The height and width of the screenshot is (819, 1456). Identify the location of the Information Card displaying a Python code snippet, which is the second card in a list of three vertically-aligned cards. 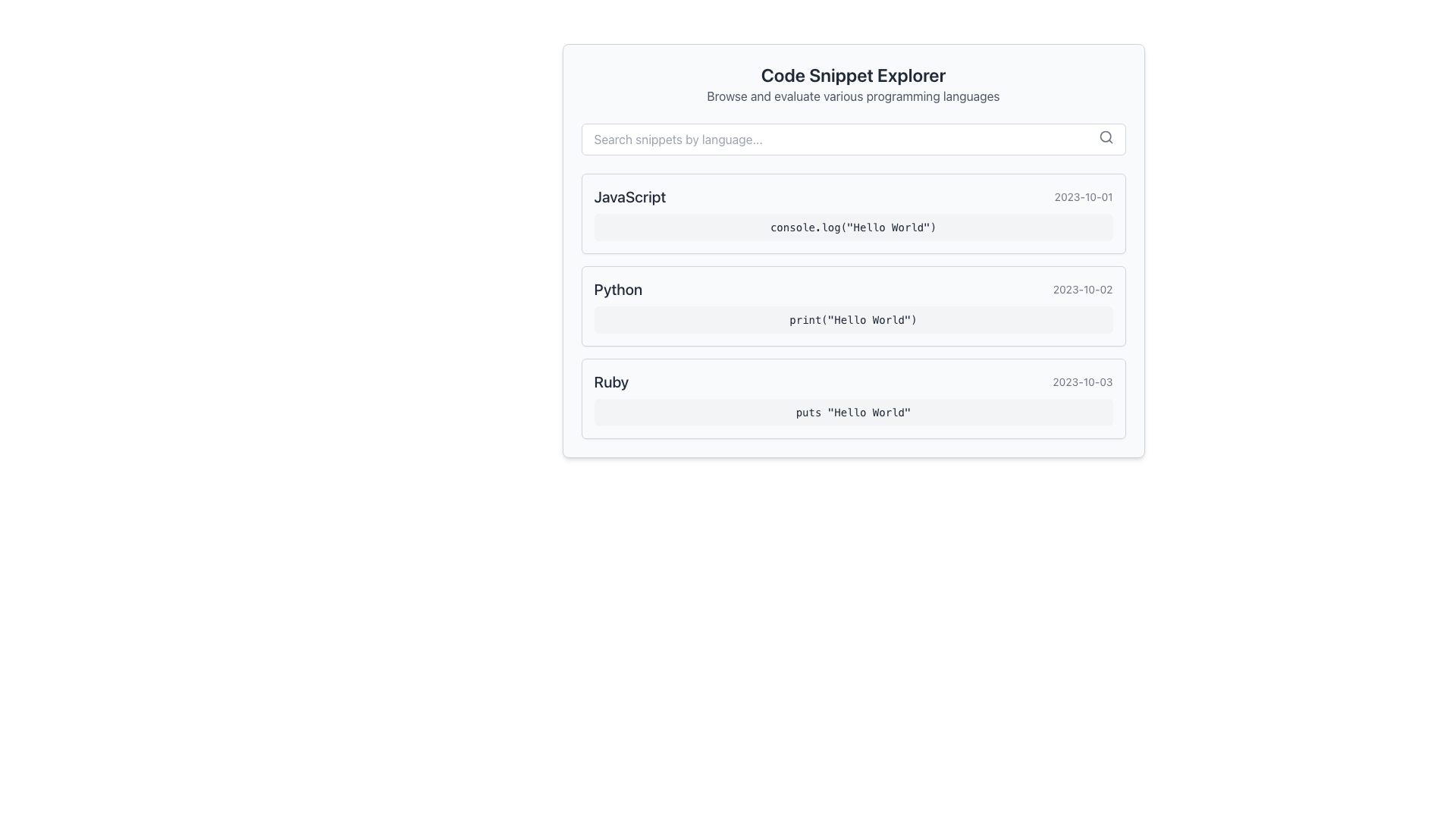
(853, 306).